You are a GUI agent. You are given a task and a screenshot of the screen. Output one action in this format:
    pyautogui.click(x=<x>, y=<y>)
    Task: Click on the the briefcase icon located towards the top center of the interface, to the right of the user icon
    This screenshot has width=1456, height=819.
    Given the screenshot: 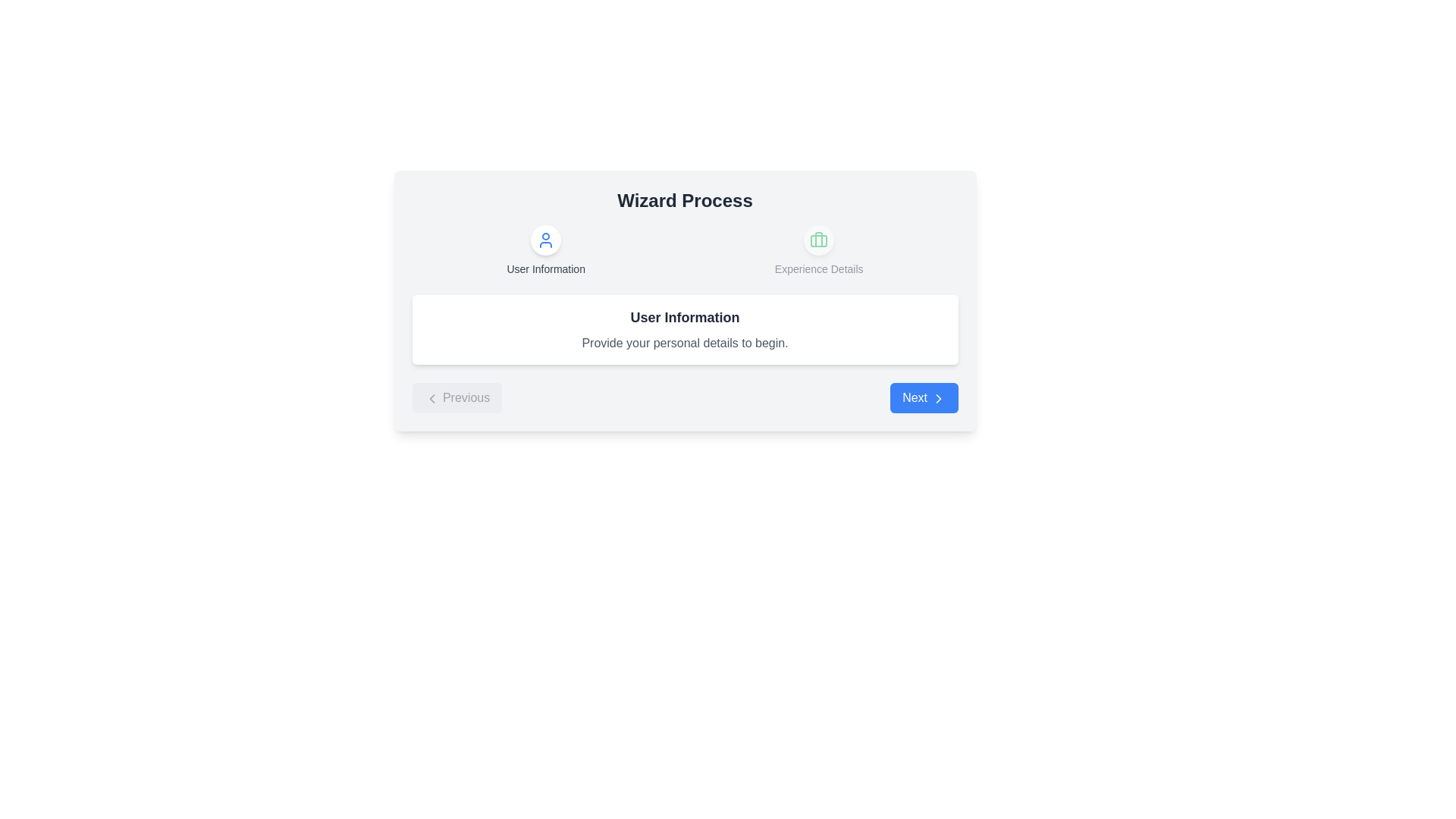 What is the action you would take?
    pyautogui.click(x=818, y=239)
    